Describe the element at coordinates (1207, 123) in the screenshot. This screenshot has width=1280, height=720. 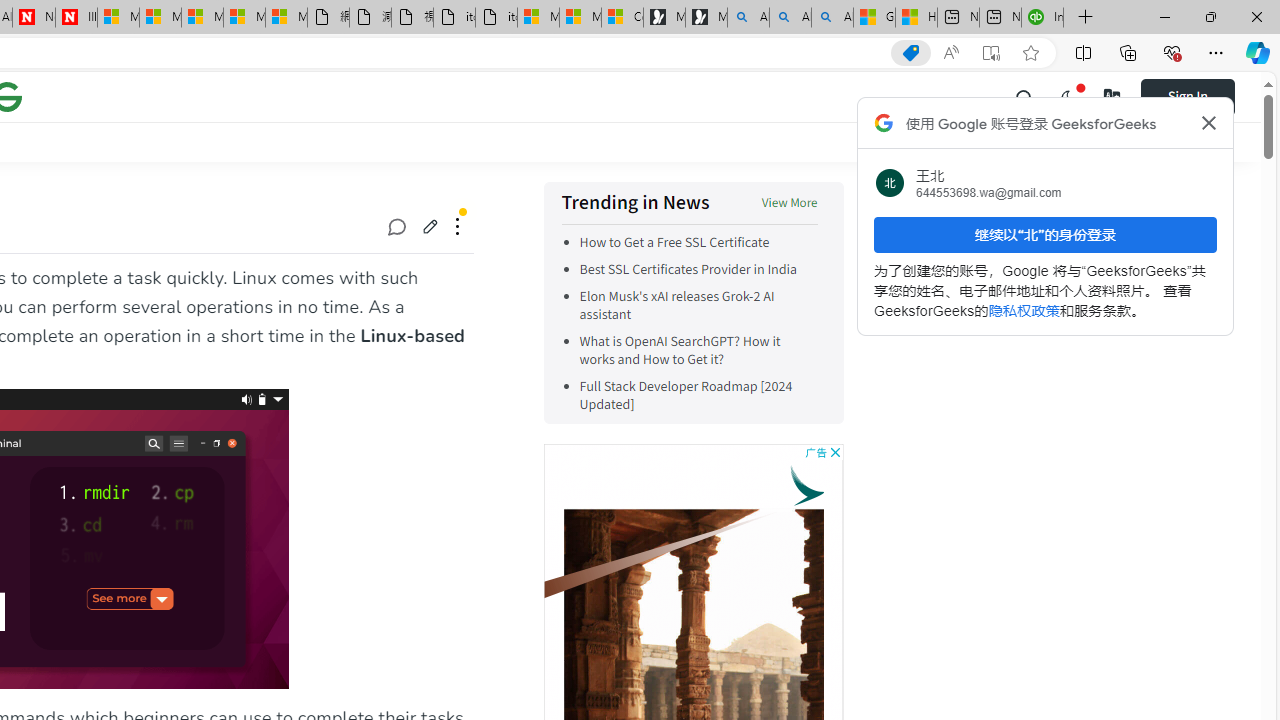
I see `'Class: Bz112c Bz112c-r9oPif'` at that location.